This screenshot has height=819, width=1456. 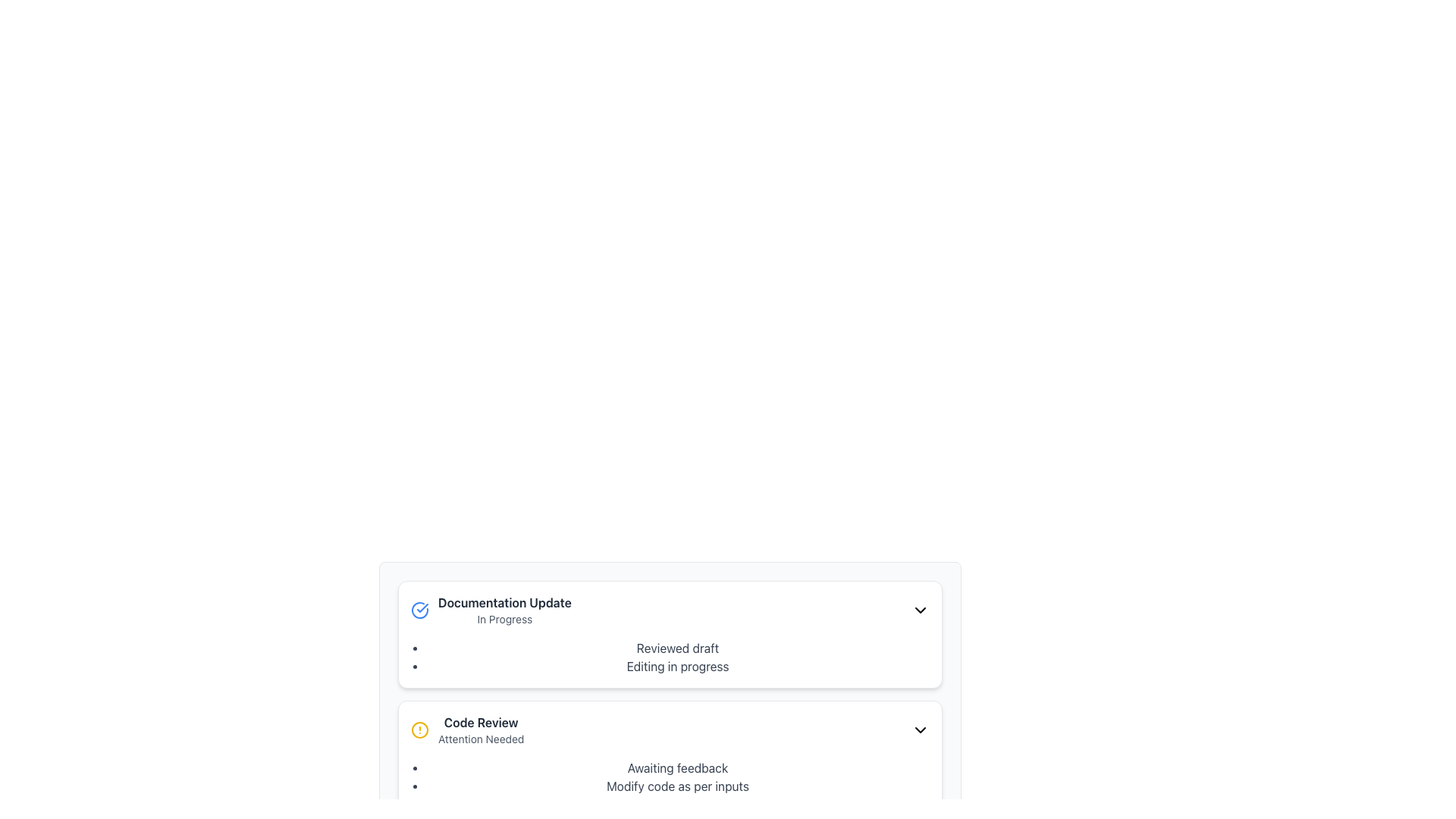 What do you see at coordinates (676, 666) in the screenshot?
I see `the text display element that shows 'Editing in progress', which is the second item in the bulleted list under the heading 'Documentation Update'` at bounding box center [676, 666].